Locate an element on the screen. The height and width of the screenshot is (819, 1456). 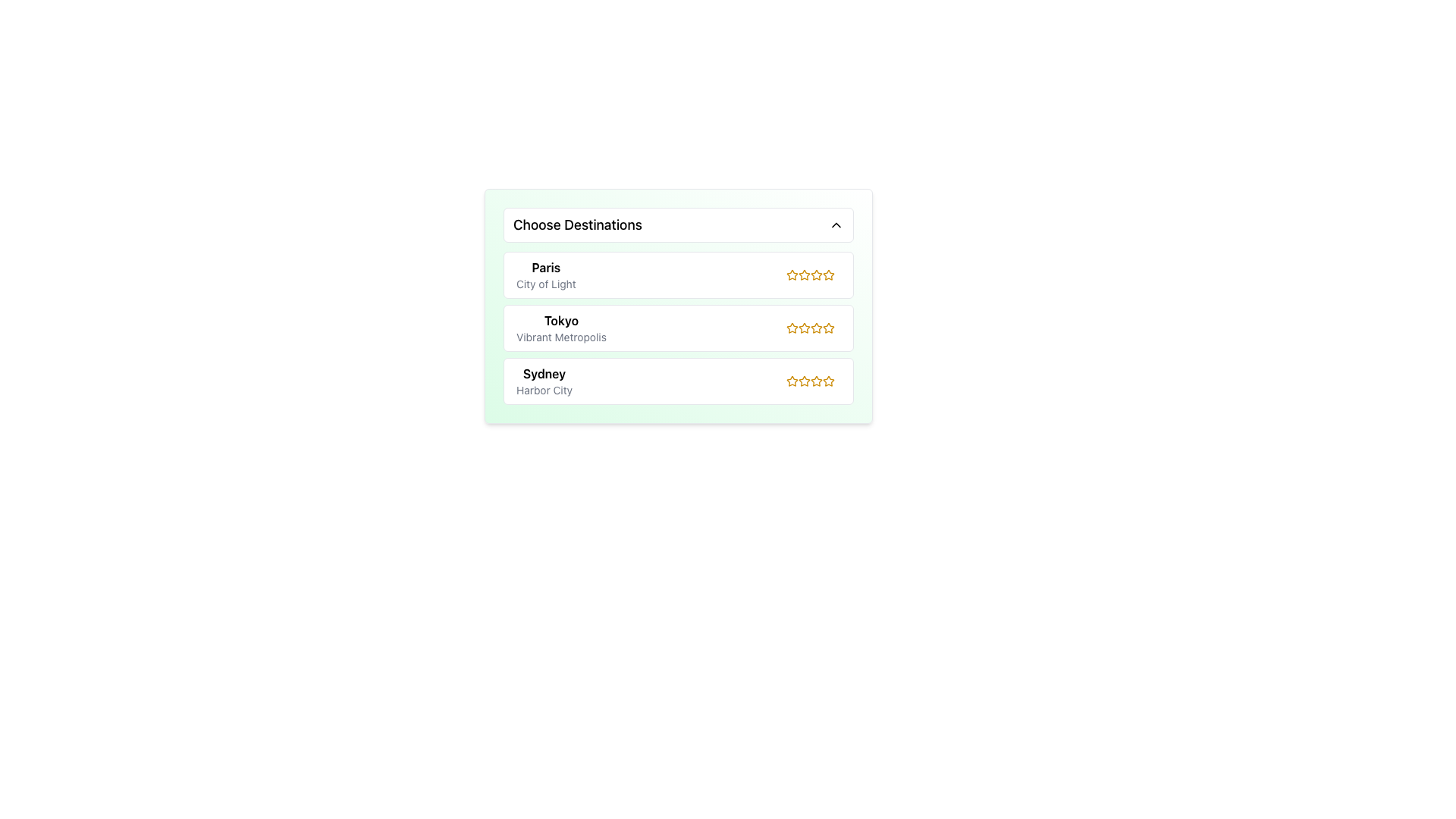
the gold-colored rating stars located to the right of the 'Tokyo - Vibrant Metropolis' label, which is the middle option in the list is located at coordinates (810, 327).